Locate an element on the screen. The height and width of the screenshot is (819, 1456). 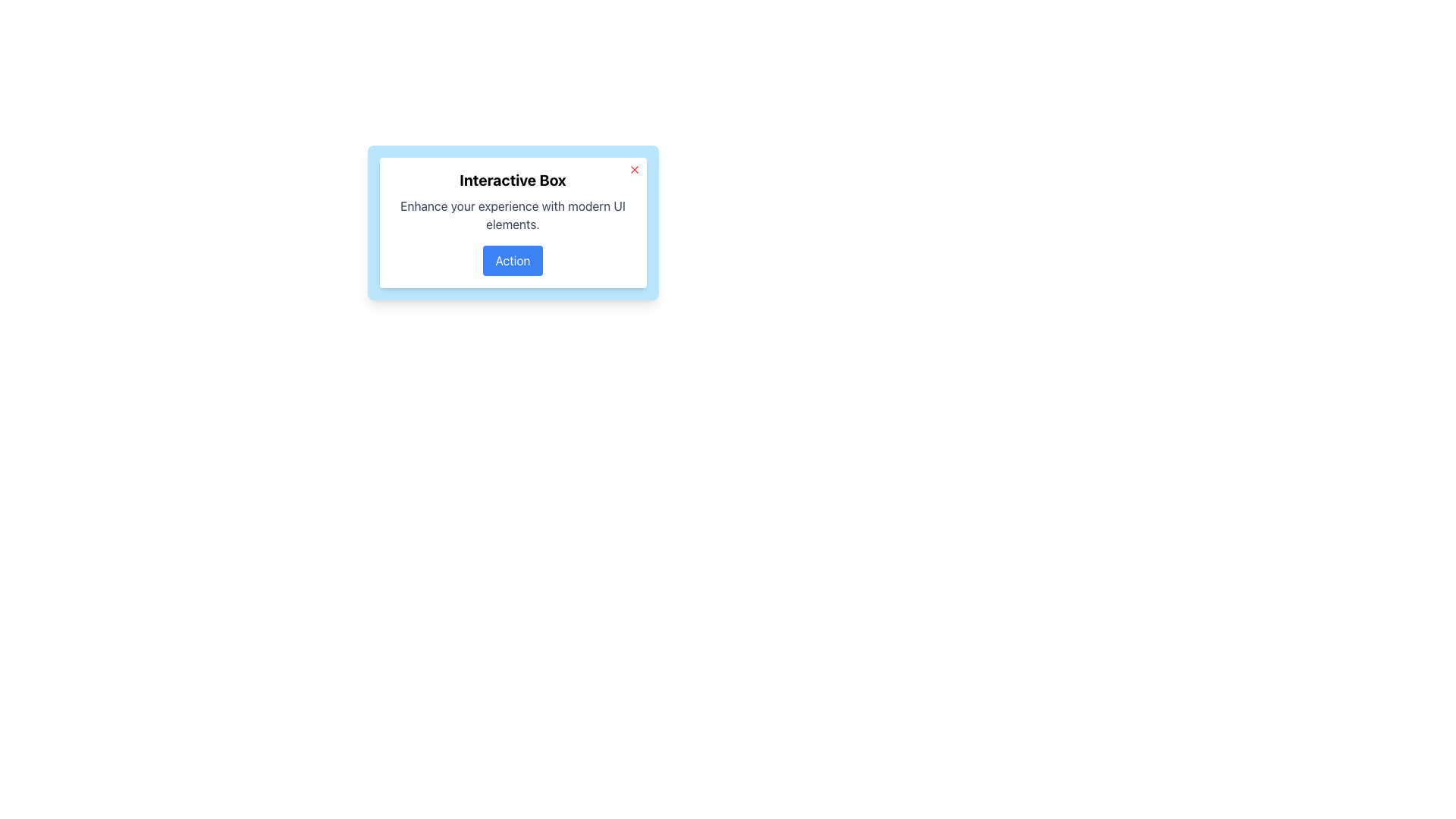
text from the label displaying 'Enhance your experience with modern UI elements.' which is styled in gray and located between the title 'Interactive Box' and the button labeled 'Action.' is located at coordinates (513, 215).